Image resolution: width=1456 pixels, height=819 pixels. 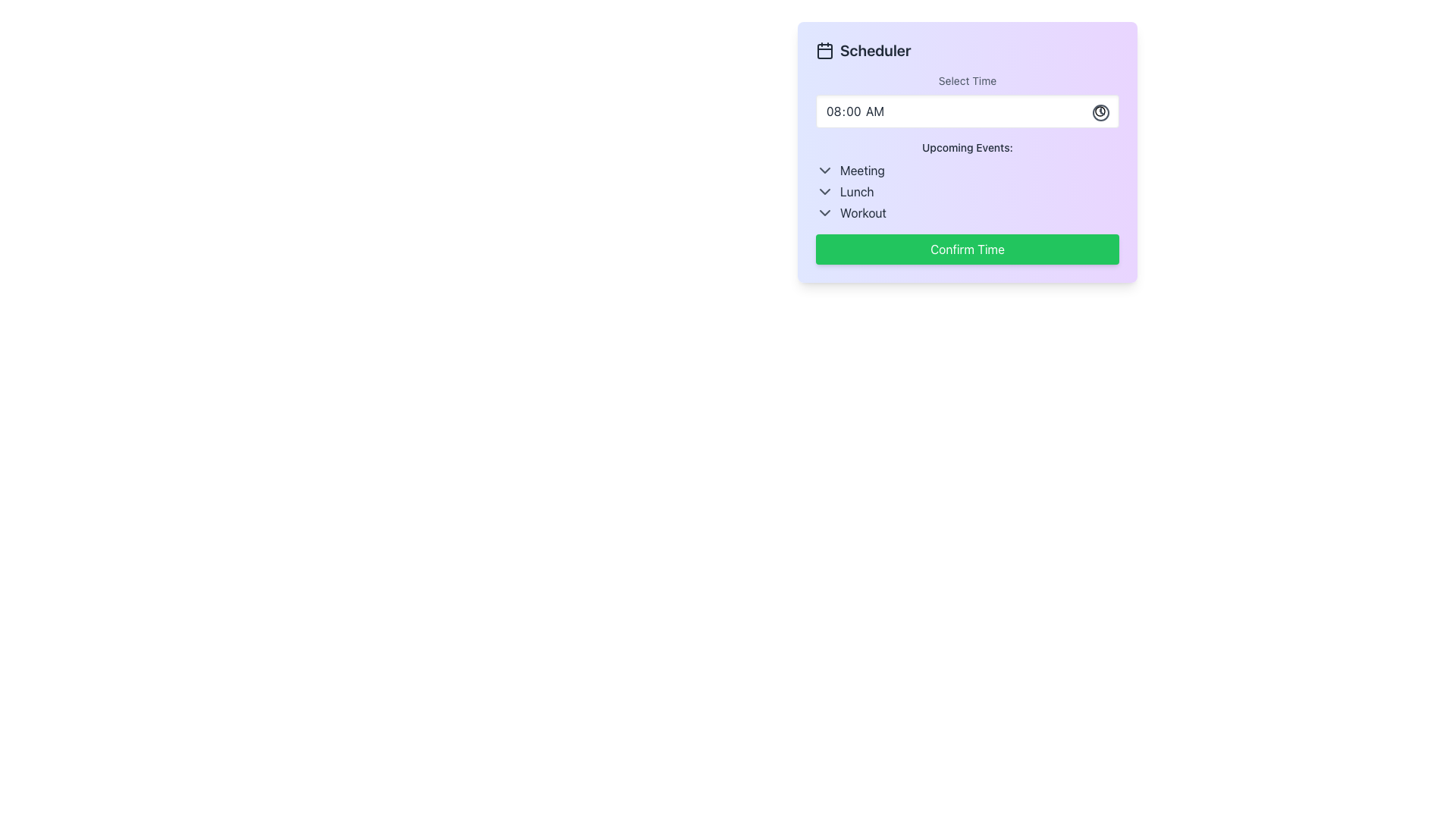 I want to click on the circular clock icon with a black outline and white interior, located in the top-right area of the time selection input box, so click(x=1100, y=112).